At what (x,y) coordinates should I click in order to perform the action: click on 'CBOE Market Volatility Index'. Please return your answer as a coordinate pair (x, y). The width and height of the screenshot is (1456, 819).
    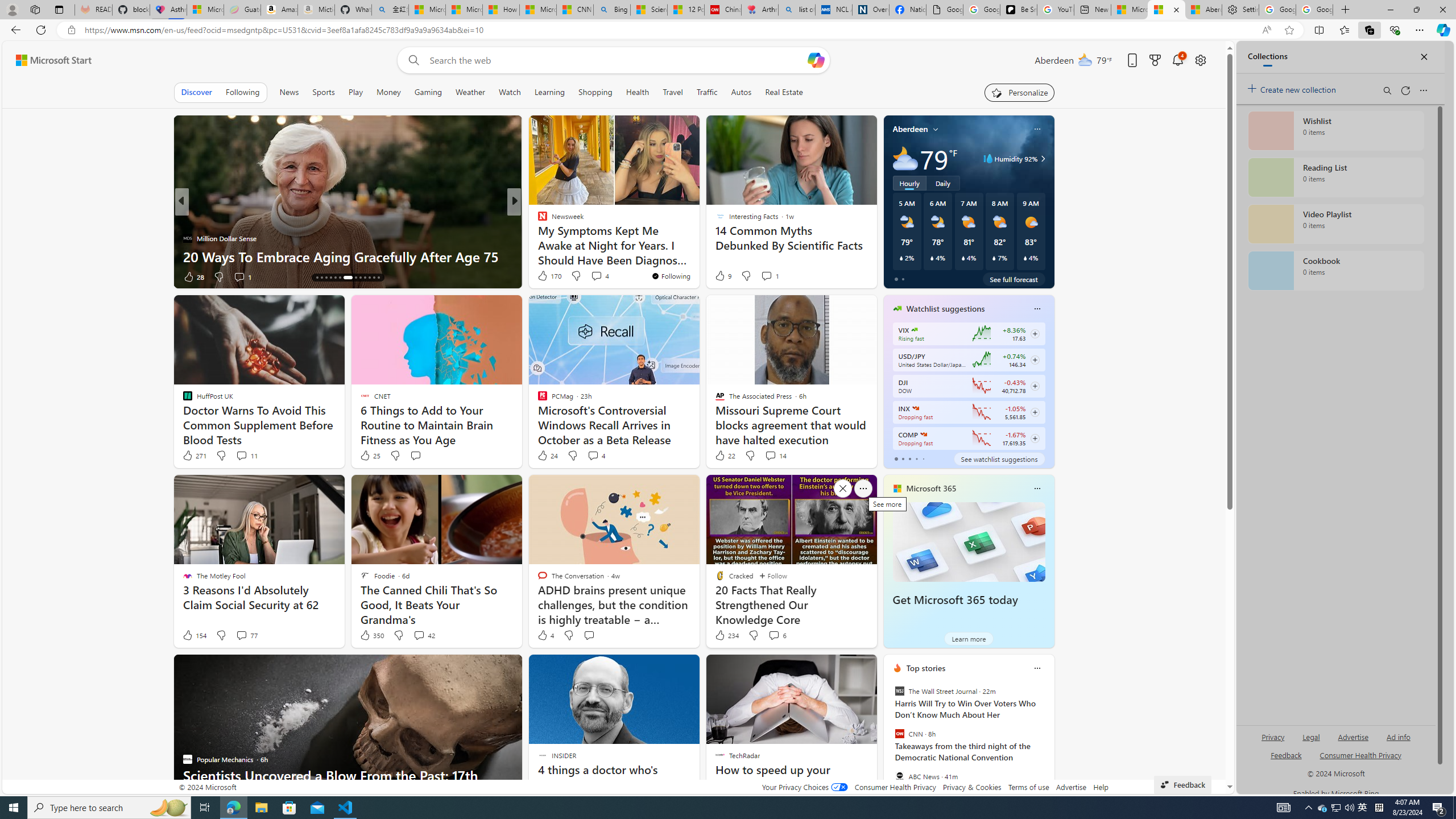
    Looking at the image, I should click on (914, 329).